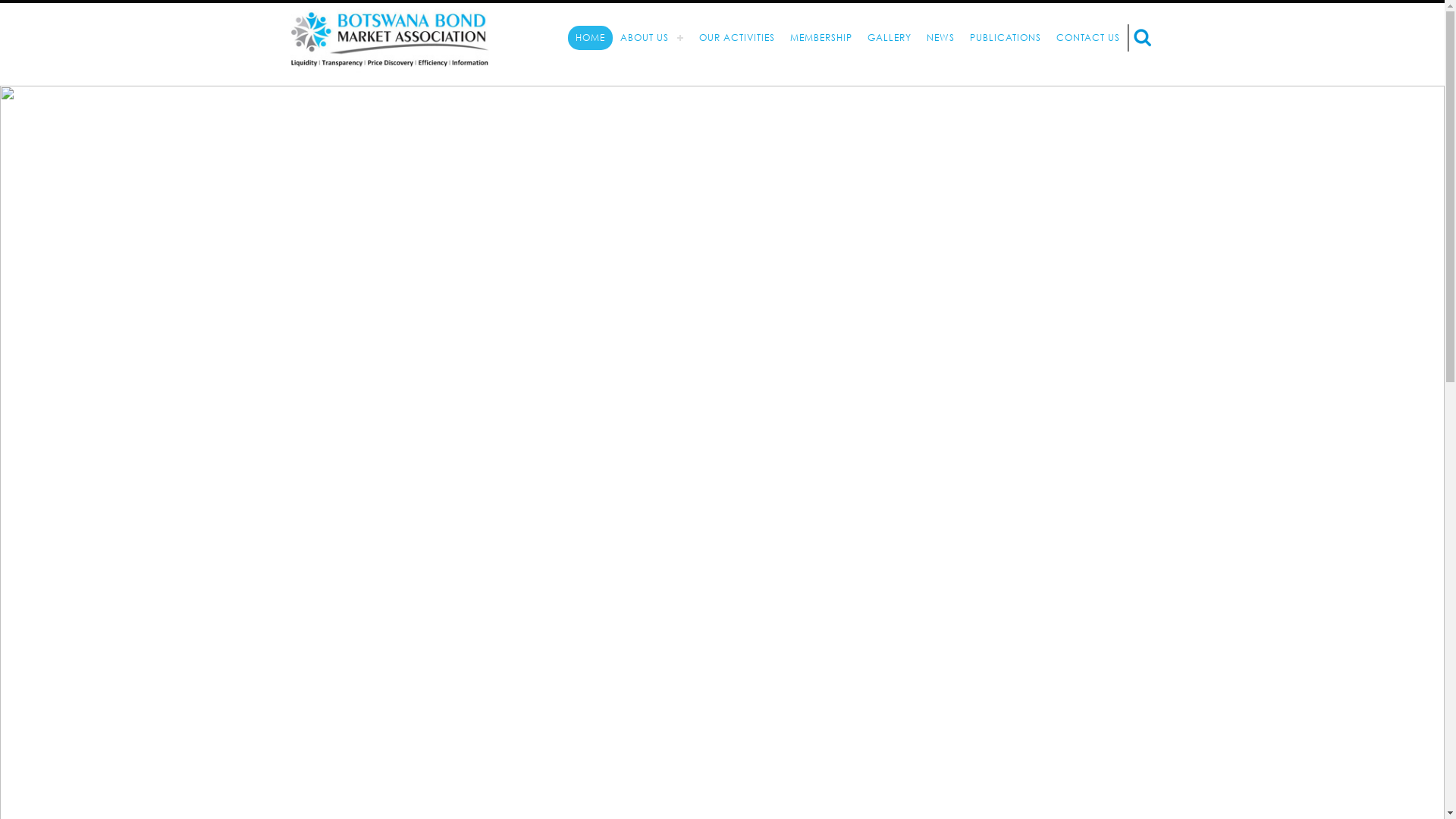 Image resolution: width=1456 pixels, height=819 pixels. Describe the element at coordinates (1004, 37) in the screenshot. I see `'PUBLICATIONS'` at that location.